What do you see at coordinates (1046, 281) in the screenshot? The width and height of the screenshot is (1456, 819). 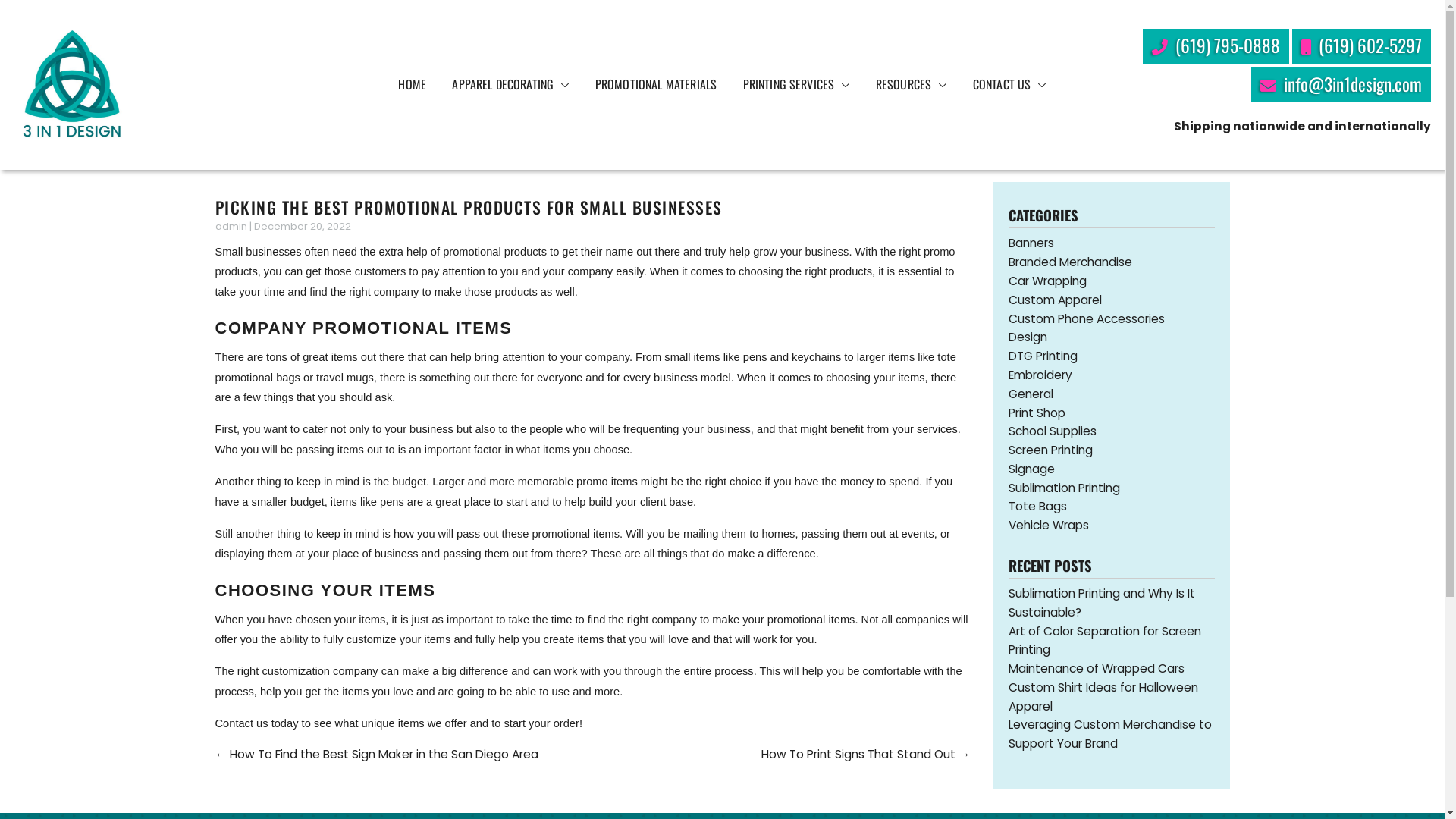 I see `'Car Wrapping'` at bounding box center [1046, 281].